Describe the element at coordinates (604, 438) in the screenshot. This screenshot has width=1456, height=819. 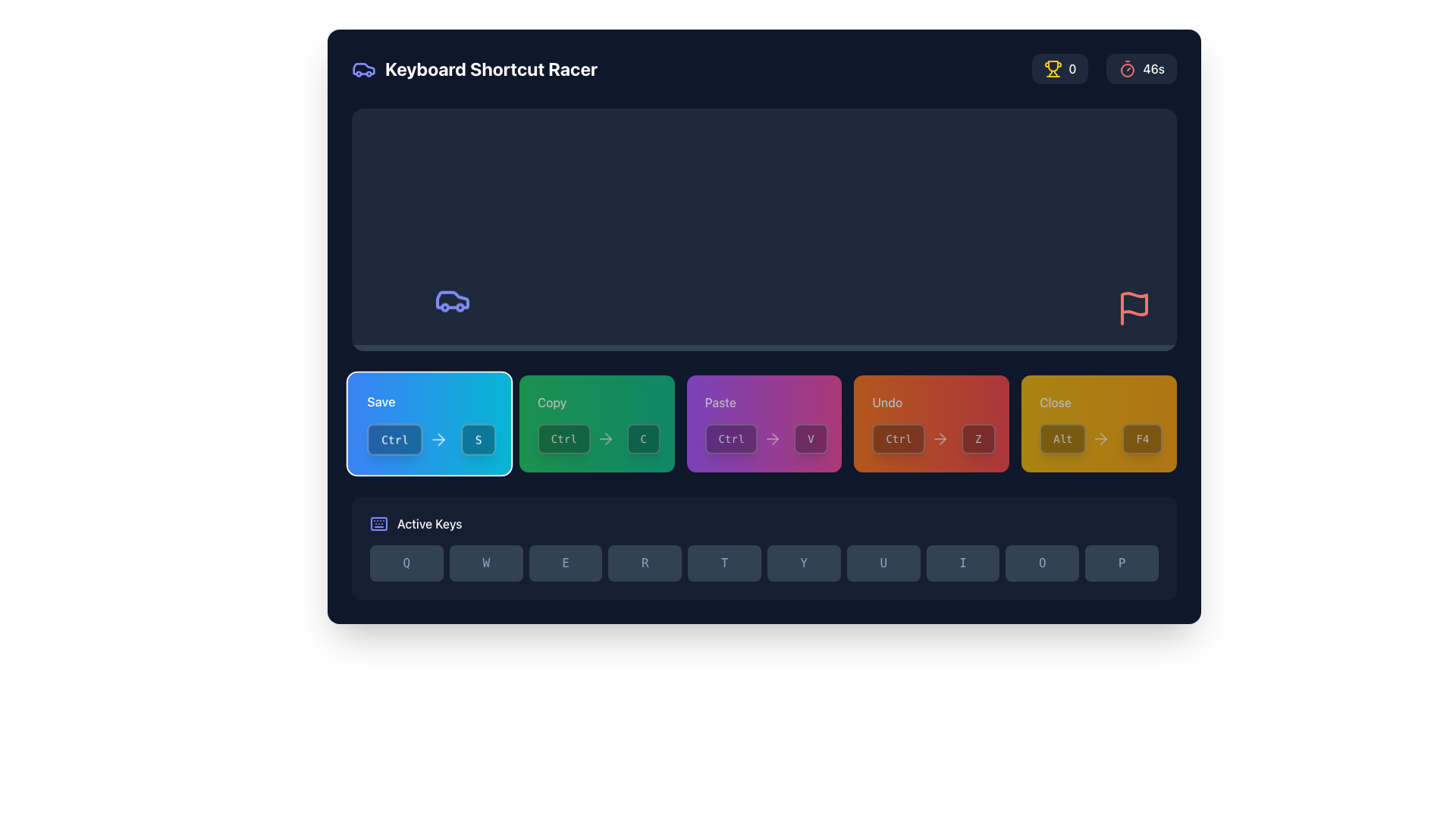
I see `the small rightward arrow icon with a green background and white outline, located between the 'Ctrl' text and the 'C' text in the 'Copy' button` at that location.